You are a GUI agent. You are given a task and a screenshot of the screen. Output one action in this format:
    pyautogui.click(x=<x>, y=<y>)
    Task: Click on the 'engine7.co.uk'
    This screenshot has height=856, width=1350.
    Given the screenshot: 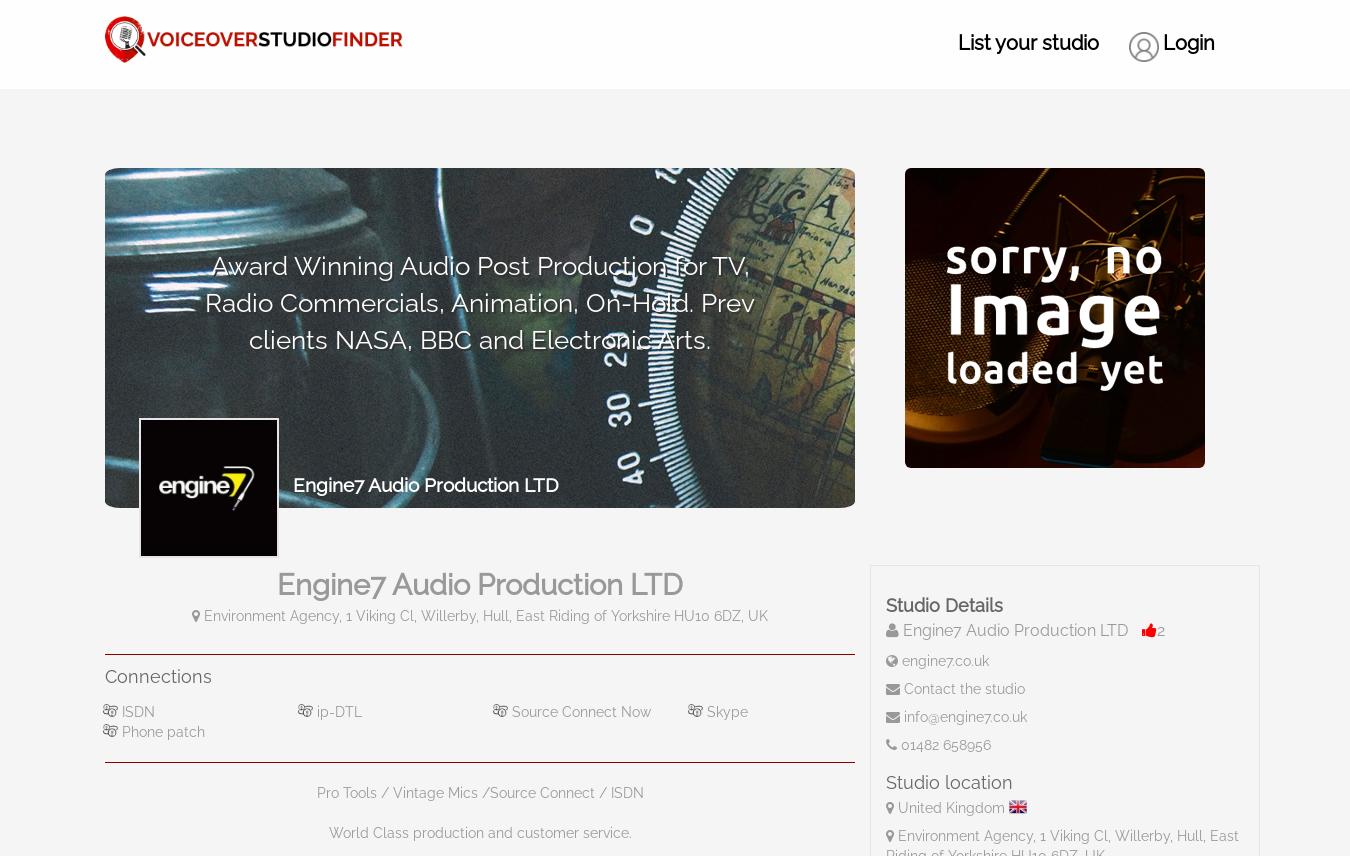 What is the action you would take?
    pyautogui.click(x=900, y=661)
    